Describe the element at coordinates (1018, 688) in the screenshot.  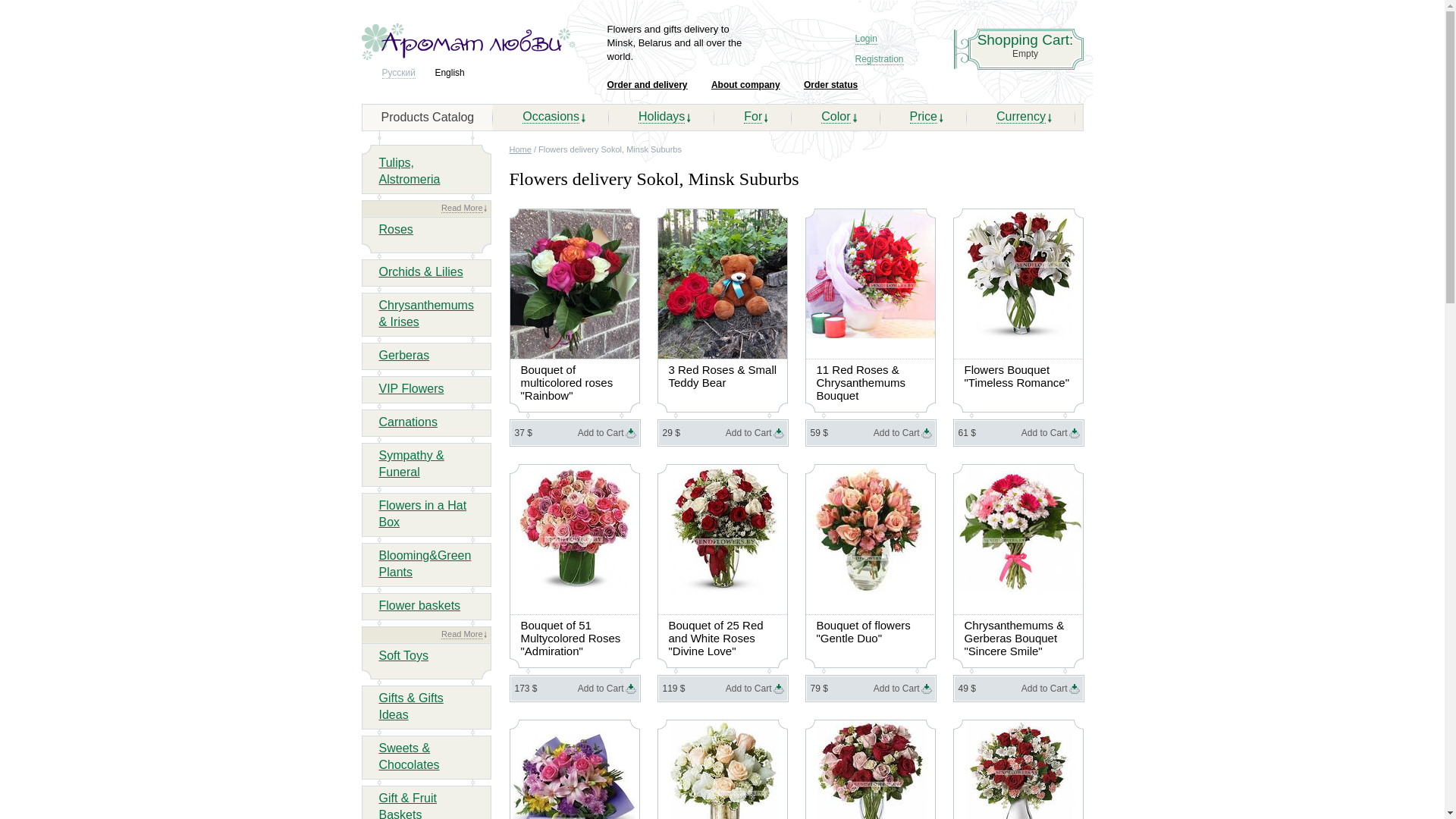
I see `'Add to Cart` at that location.